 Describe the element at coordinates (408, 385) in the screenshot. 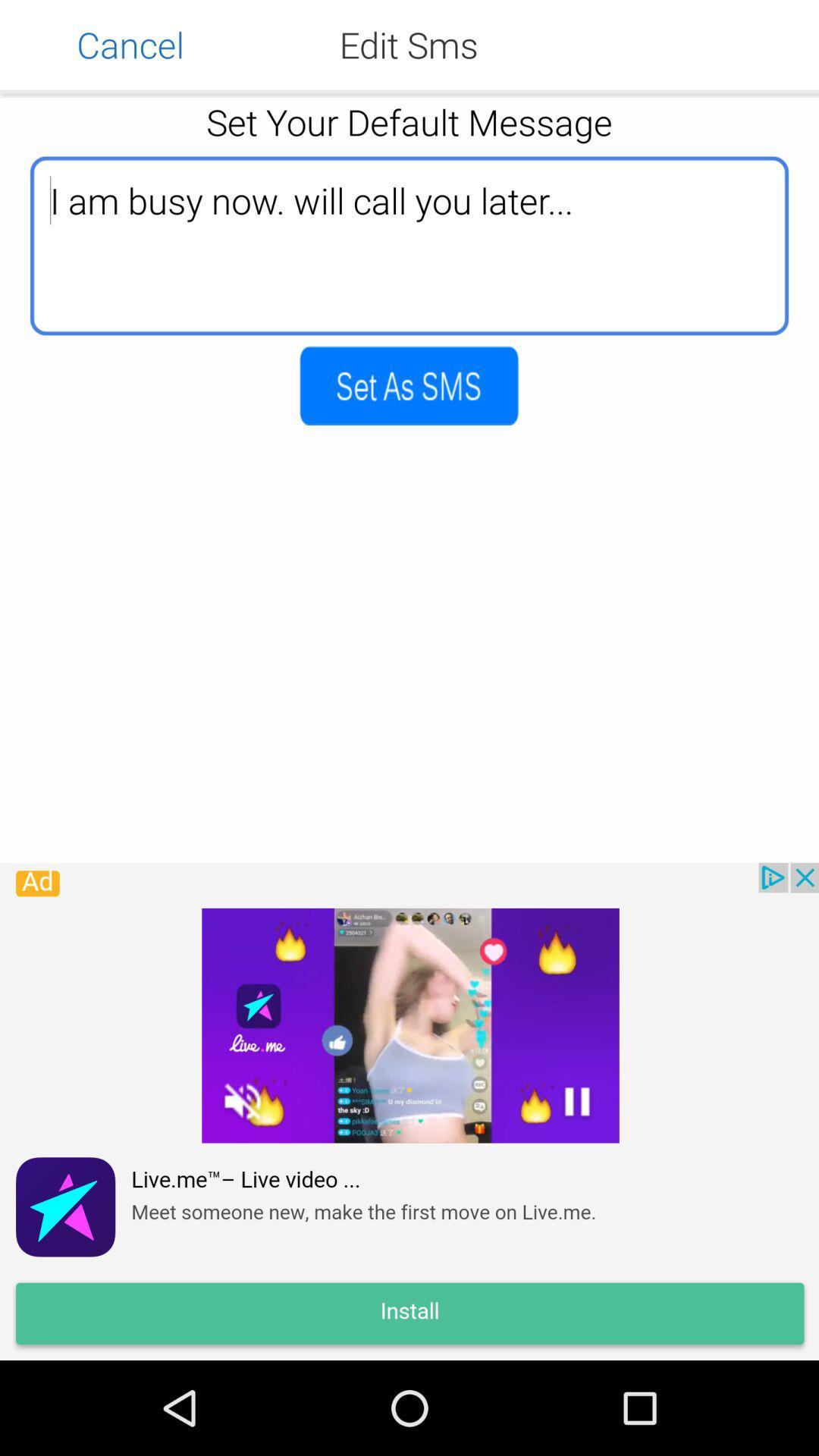

I see `set default sms message` at that location.